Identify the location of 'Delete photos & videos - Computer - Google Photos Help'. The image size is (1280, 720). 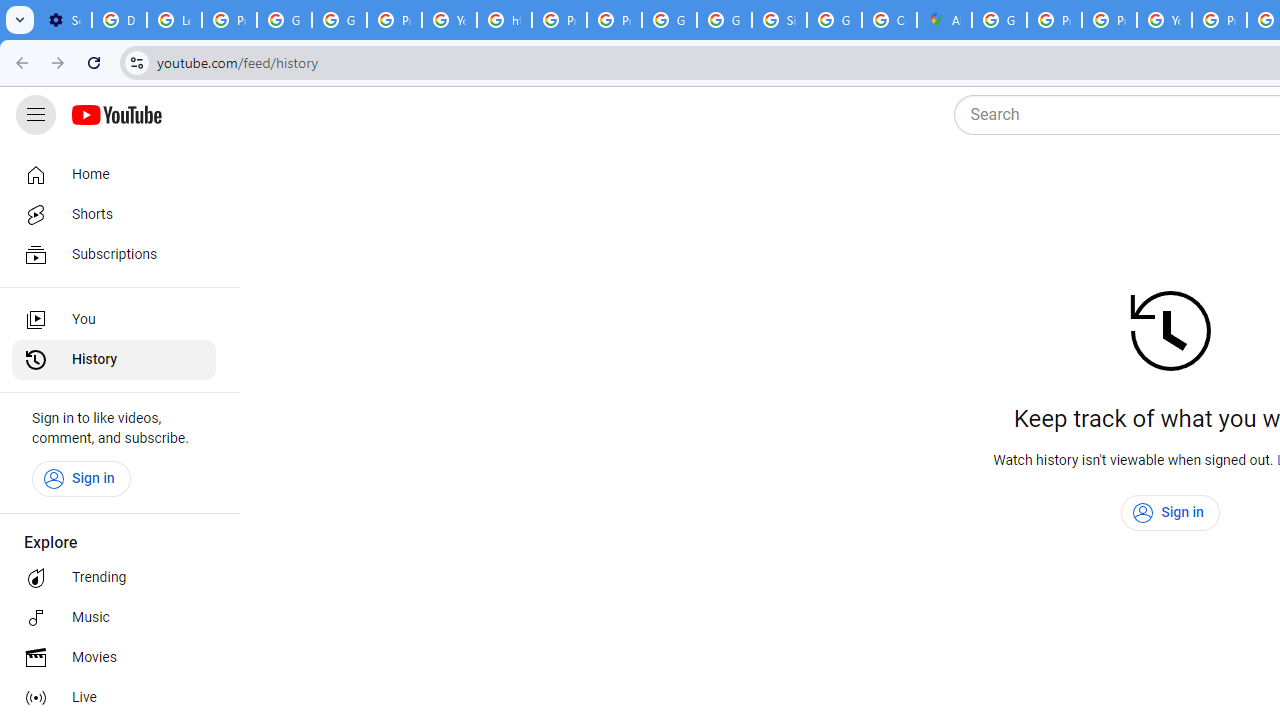
(118, 20).